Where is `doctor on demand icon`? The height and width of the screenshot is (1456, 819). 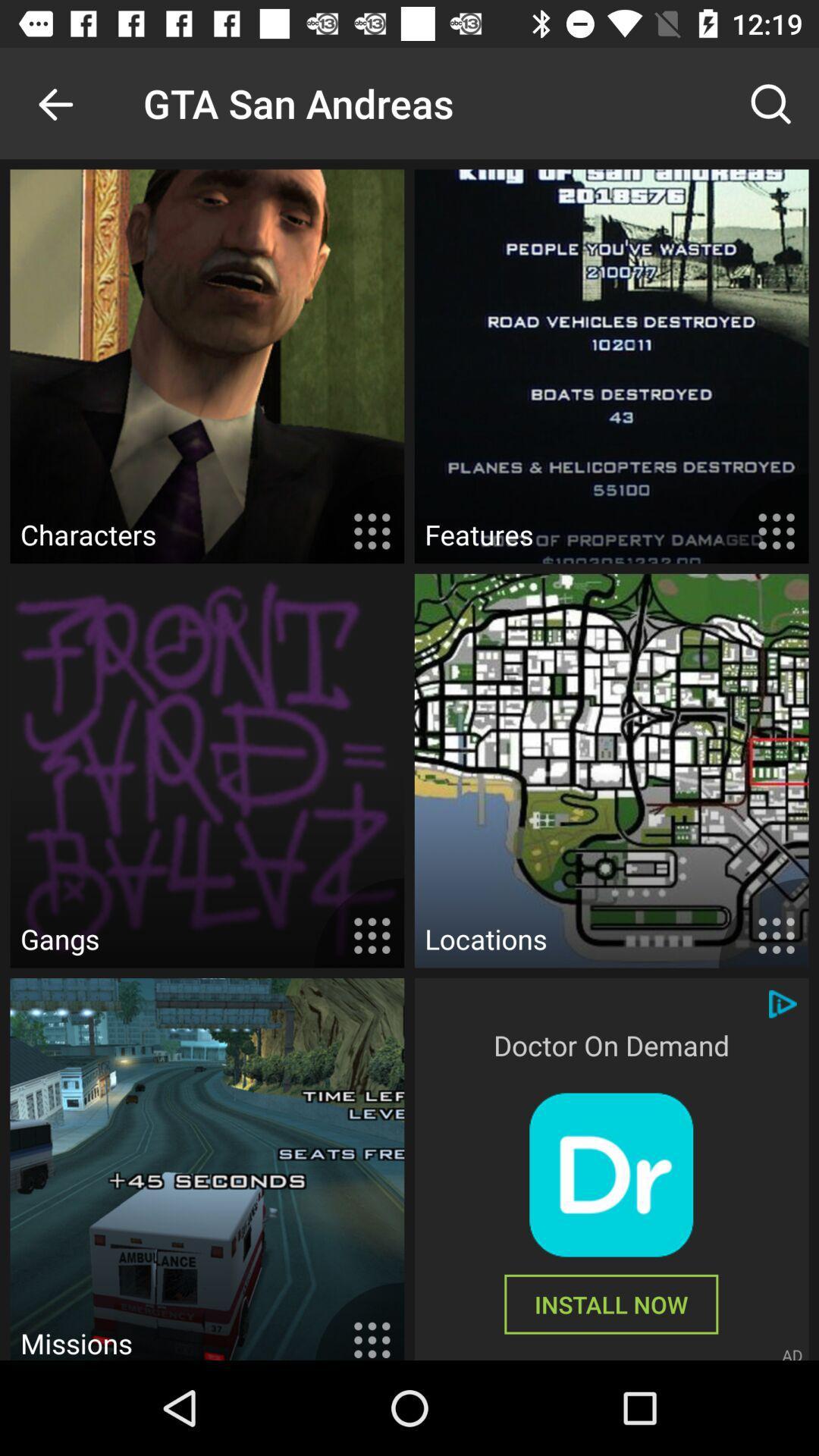
doctor on demand icon is located at coordinates (610, 1044).